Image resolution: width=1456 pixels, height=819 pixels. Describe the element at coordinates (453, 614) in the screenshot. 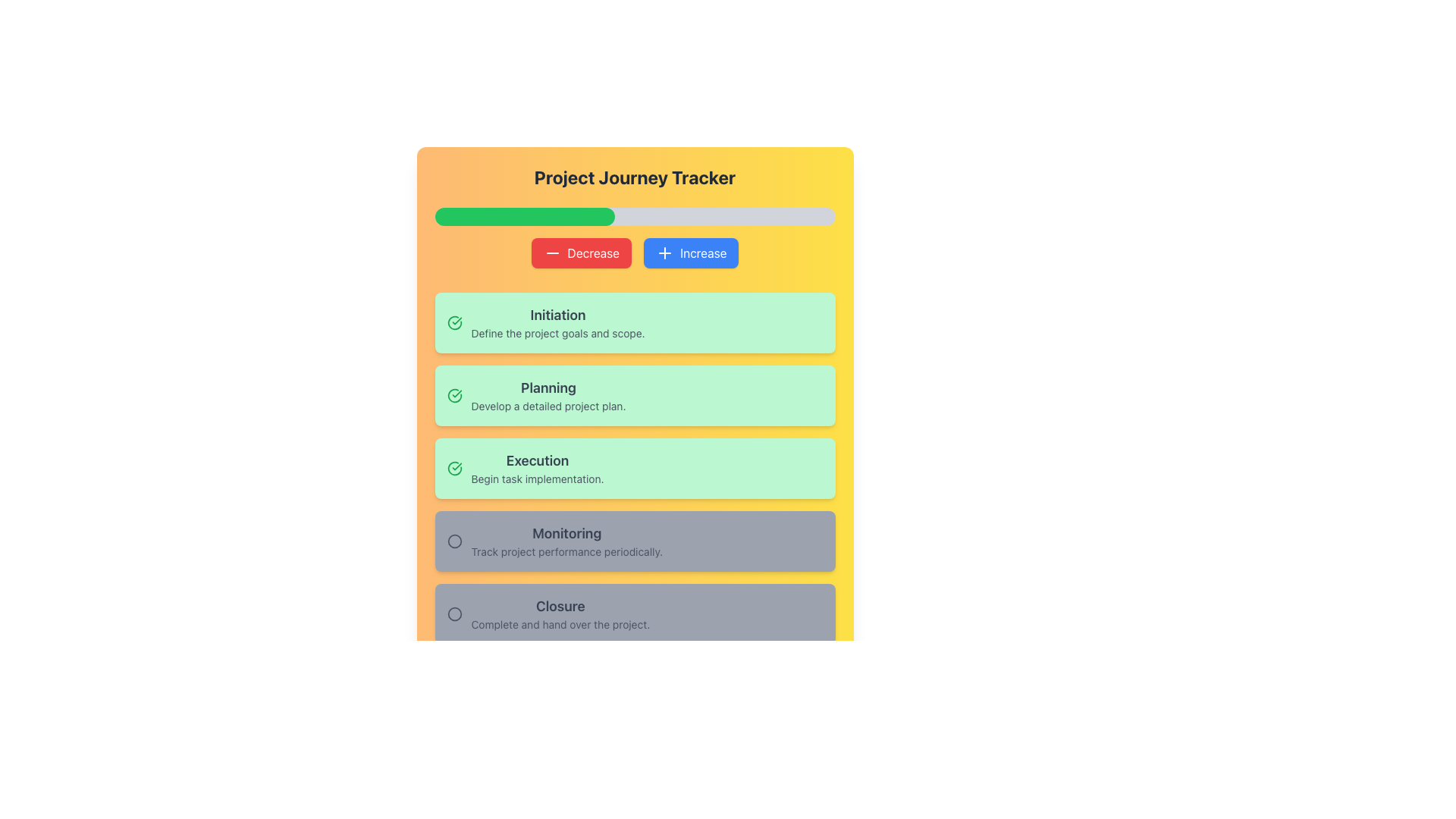

I see `the status icon representing the 'Closure' stage in the project tracker, positioned to the left of the last item labeled 'Closure'` at that location.